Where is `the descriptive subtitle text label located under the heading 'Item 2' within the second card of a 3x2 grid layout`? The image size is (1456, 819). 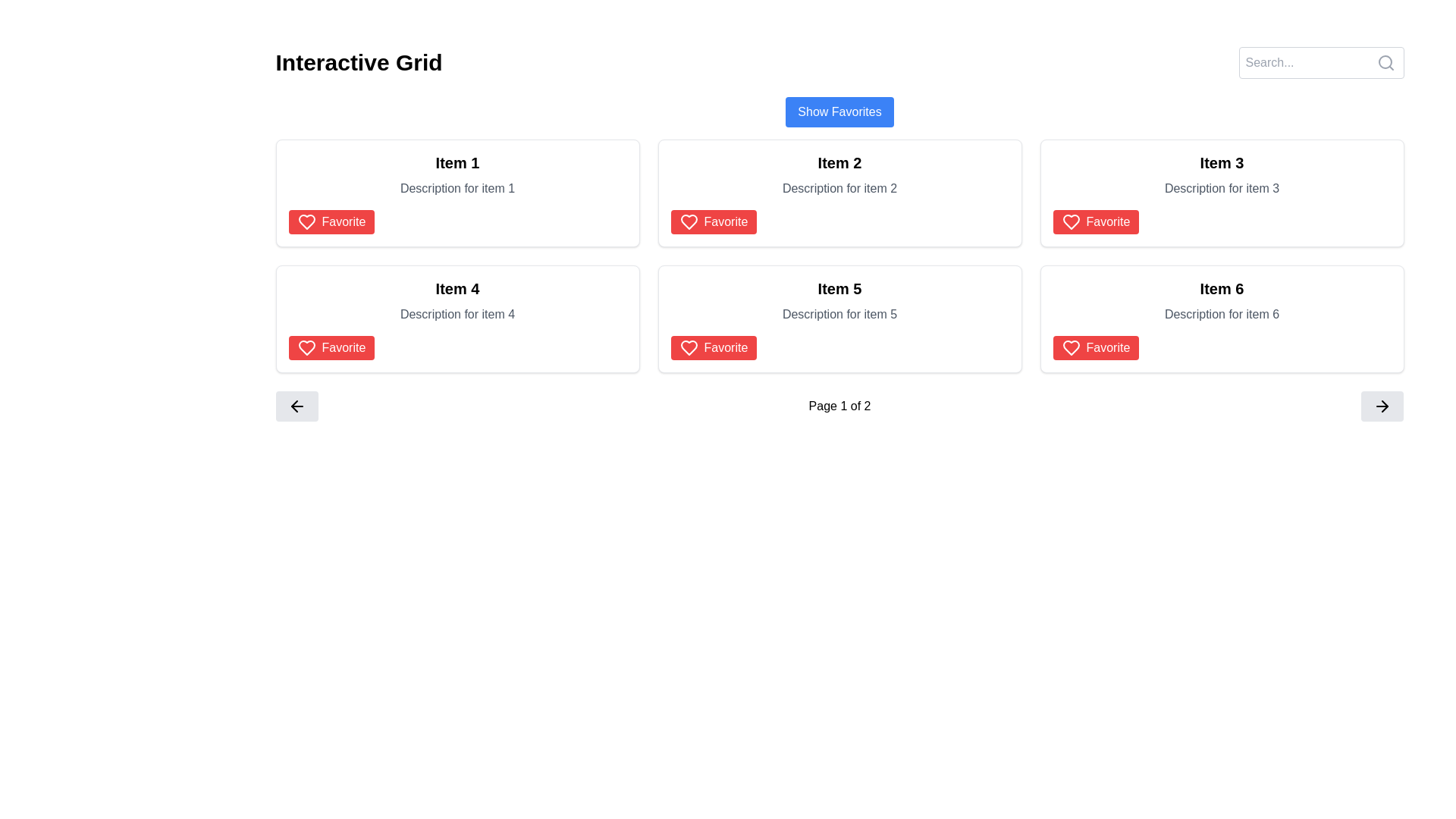 the descriptive subtitle text label located under the heading 'Item 2' within the second card of a 3x2 grid layout is located at coordinates (839, 188).